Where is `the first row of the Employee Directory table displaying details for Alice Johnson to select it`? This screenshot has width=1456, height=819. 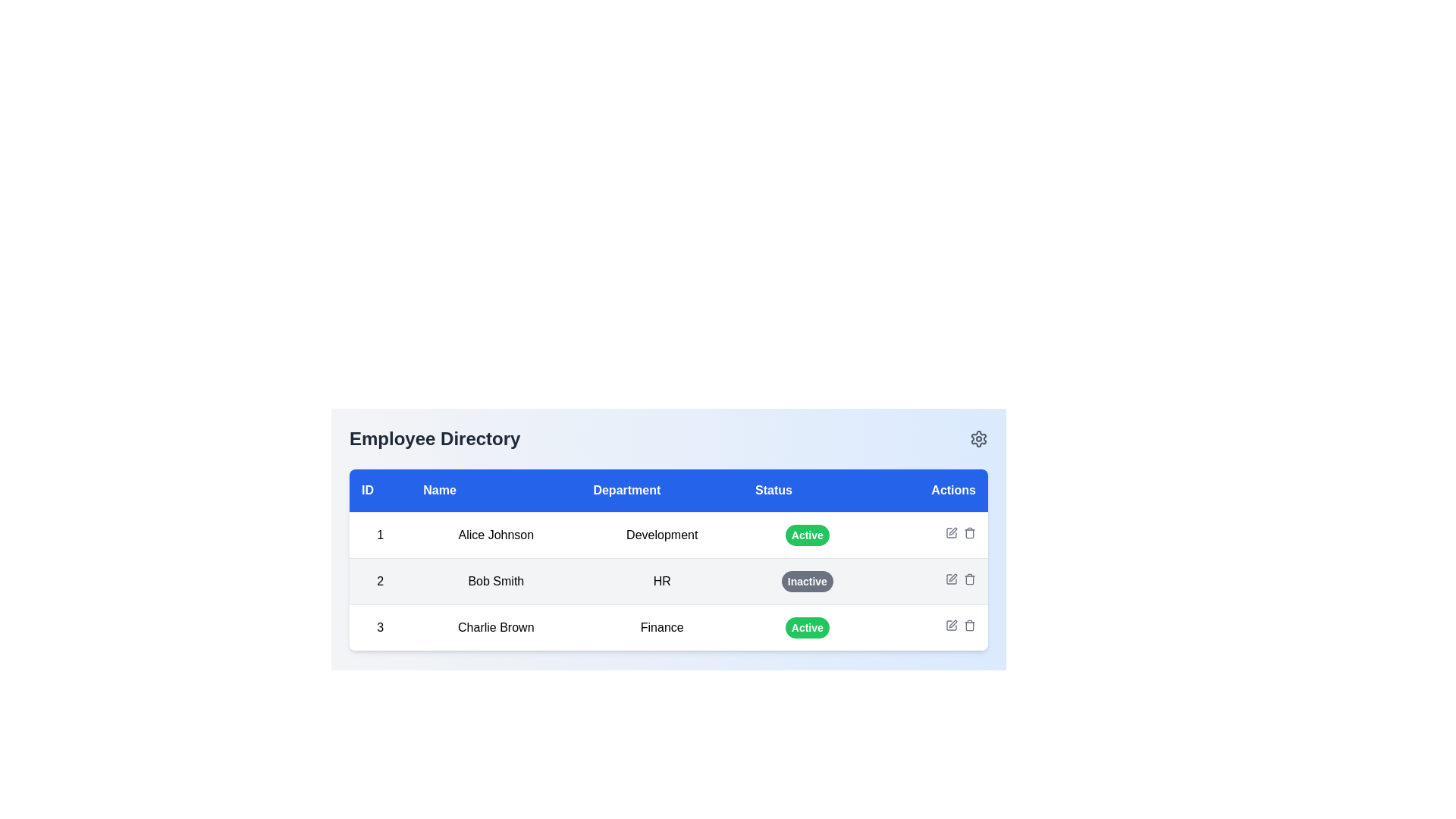
the first row of the Employee Directory table displaying details for Alice Johnson to select it is located at coordinates (668, 534).